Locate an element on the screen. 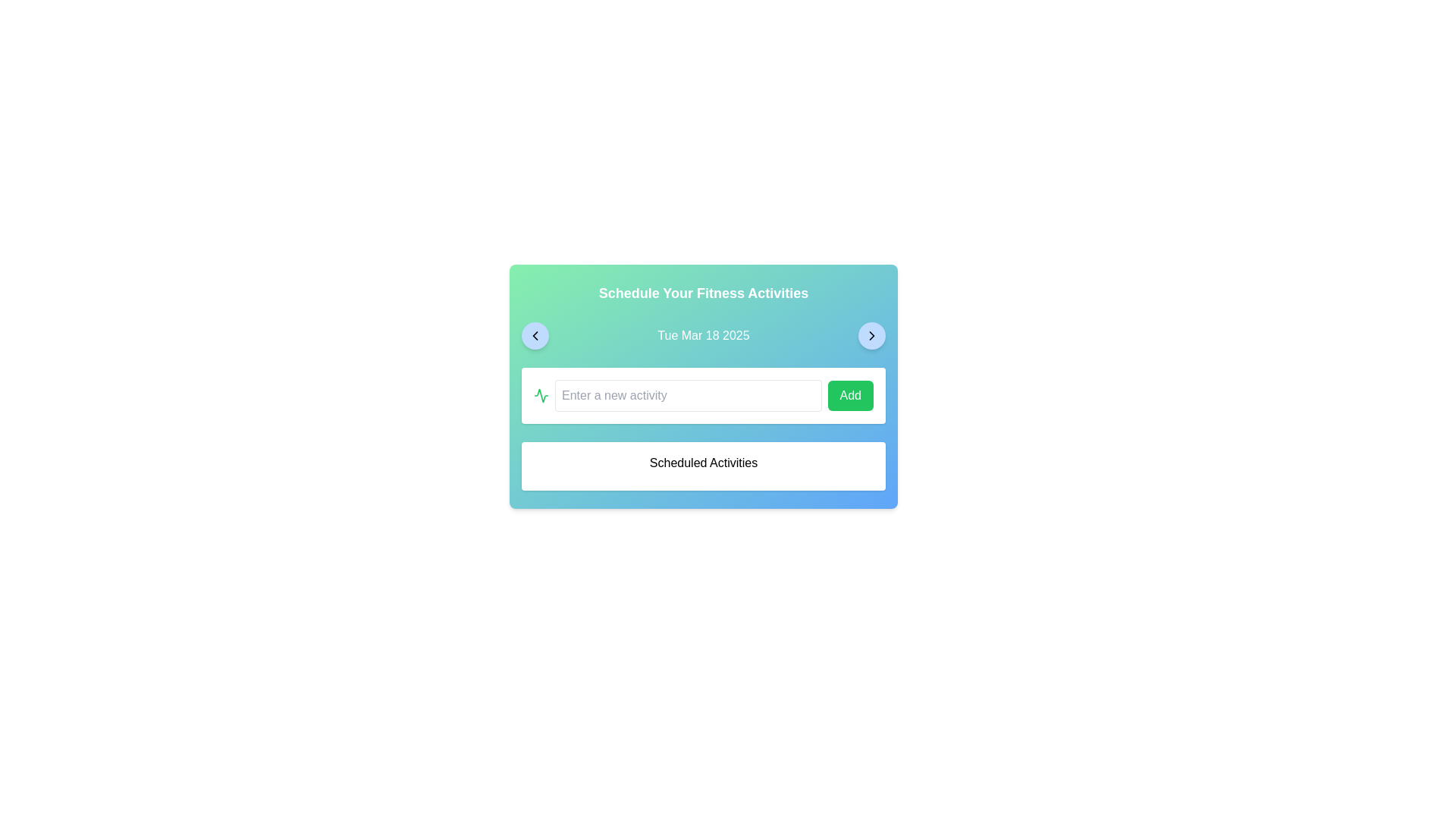  the small icon with a green waveform line and a red circular marker, located within the input field labeled 'Enter a new activity' at the top-left of the interactive card UI is located at coordinates (541, 394).